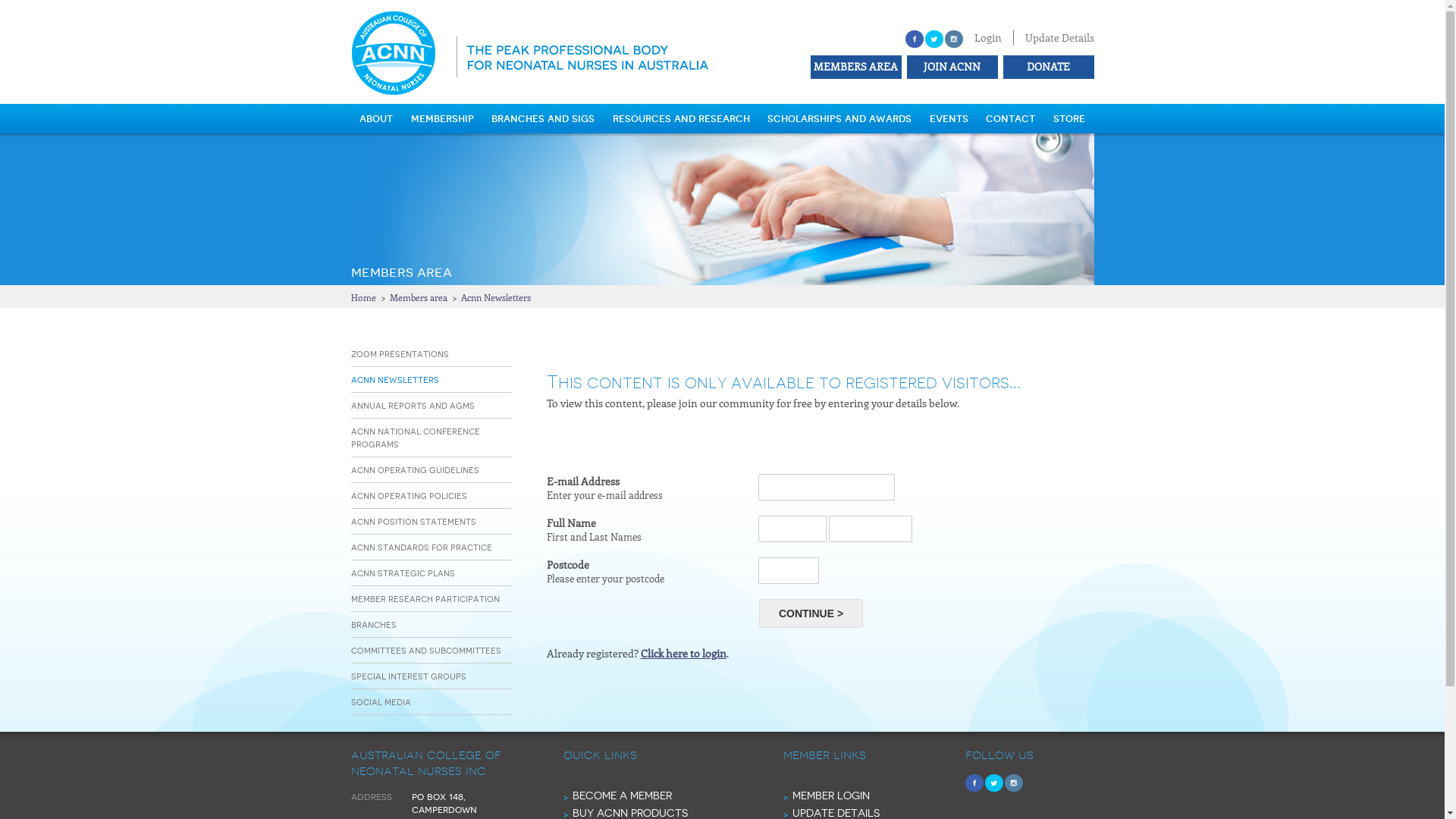 This screenshot has height=819, width=1456. I want to click on 'Twitter', so click(934, 38).